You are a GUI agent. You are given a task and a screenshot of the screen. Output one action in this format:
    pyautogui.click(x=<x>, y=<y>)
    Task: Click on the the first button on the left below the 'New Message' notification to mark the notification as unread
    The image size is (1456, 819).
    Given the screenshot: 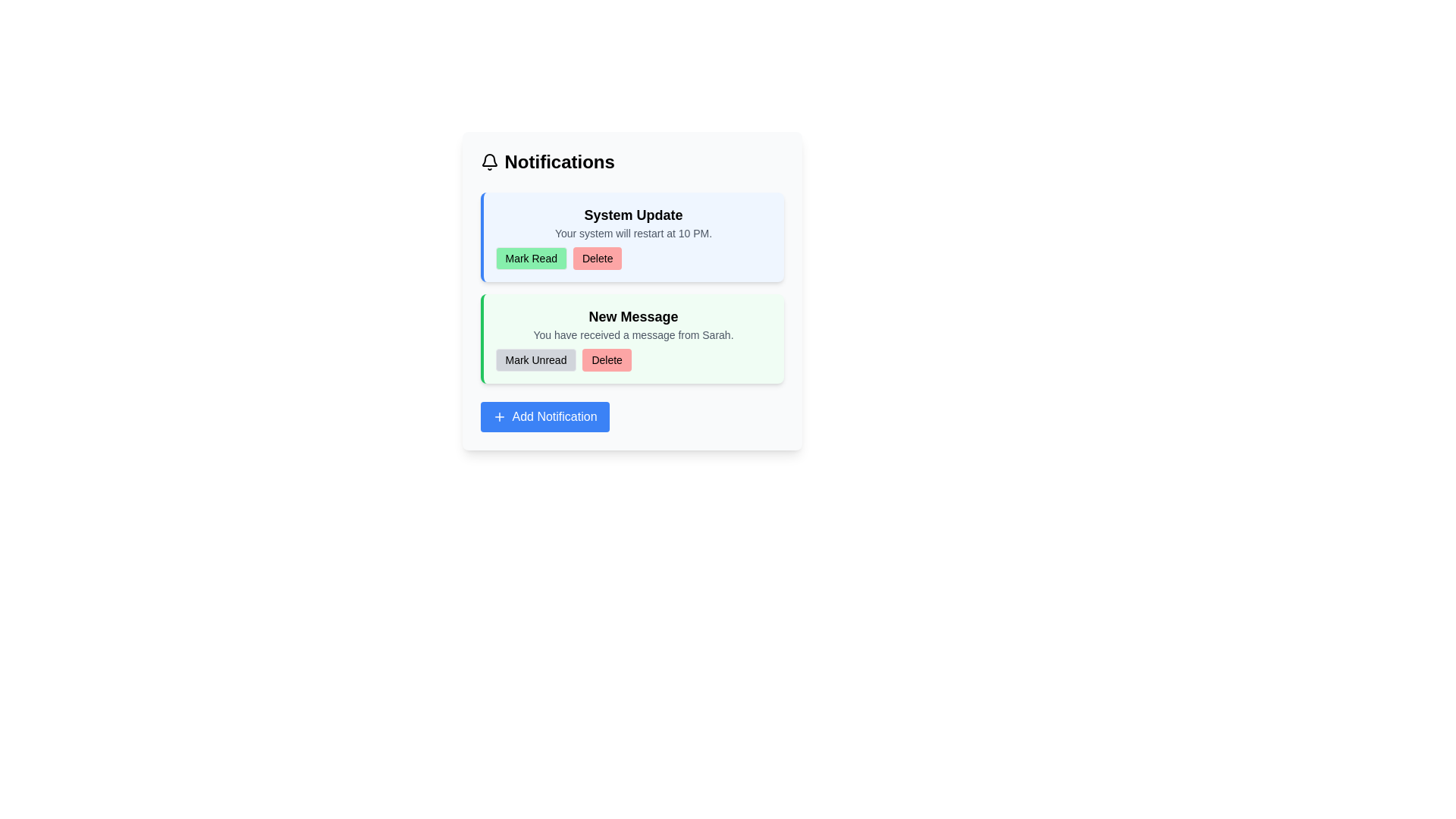 What is the action you would take?
    pyautogui.click(x=535, y=359)
    